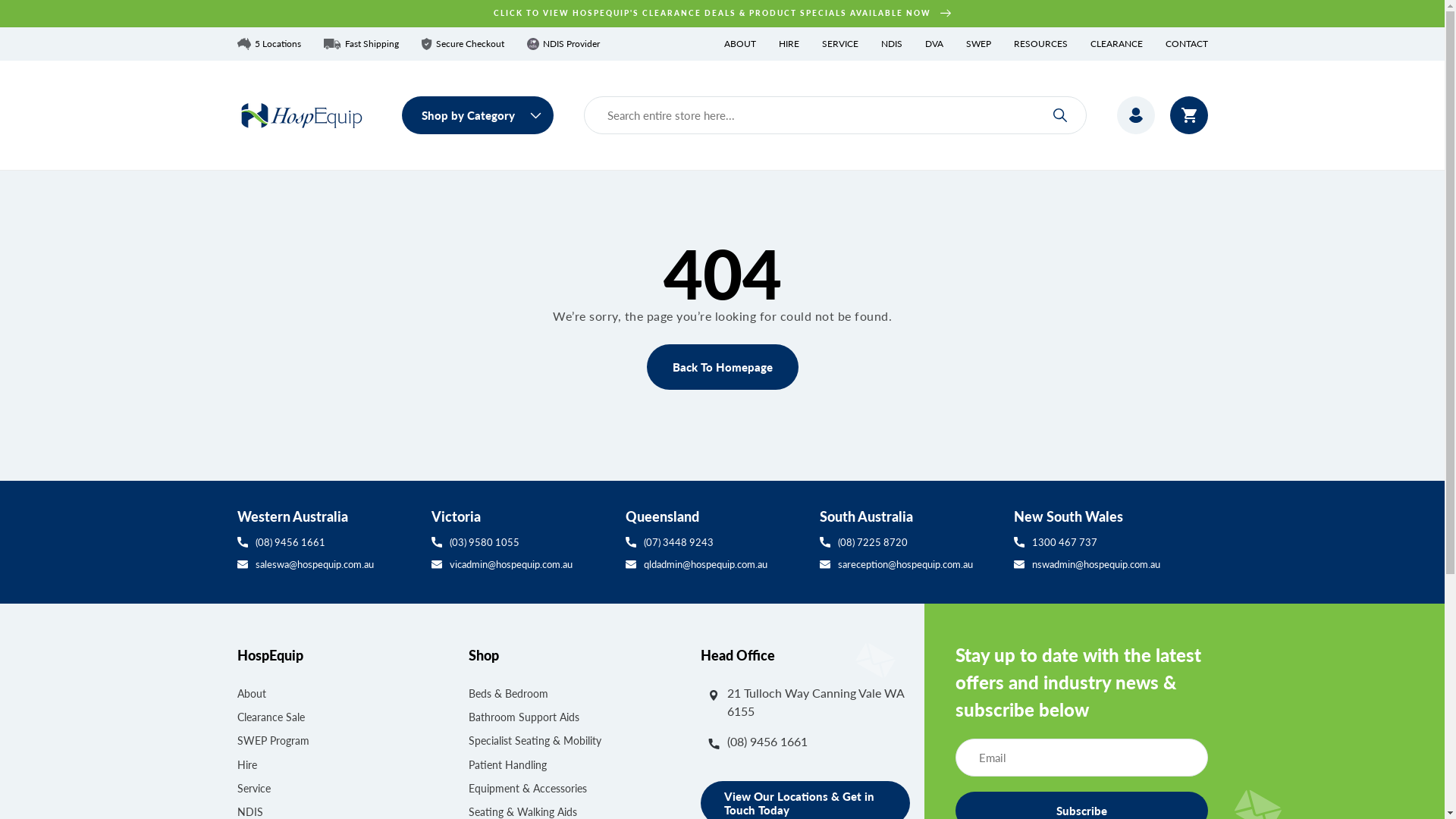 This screenshot has width=1456, height=819. I want to click on 'qldadmin@hospequip.com.au', so click(713, 564).